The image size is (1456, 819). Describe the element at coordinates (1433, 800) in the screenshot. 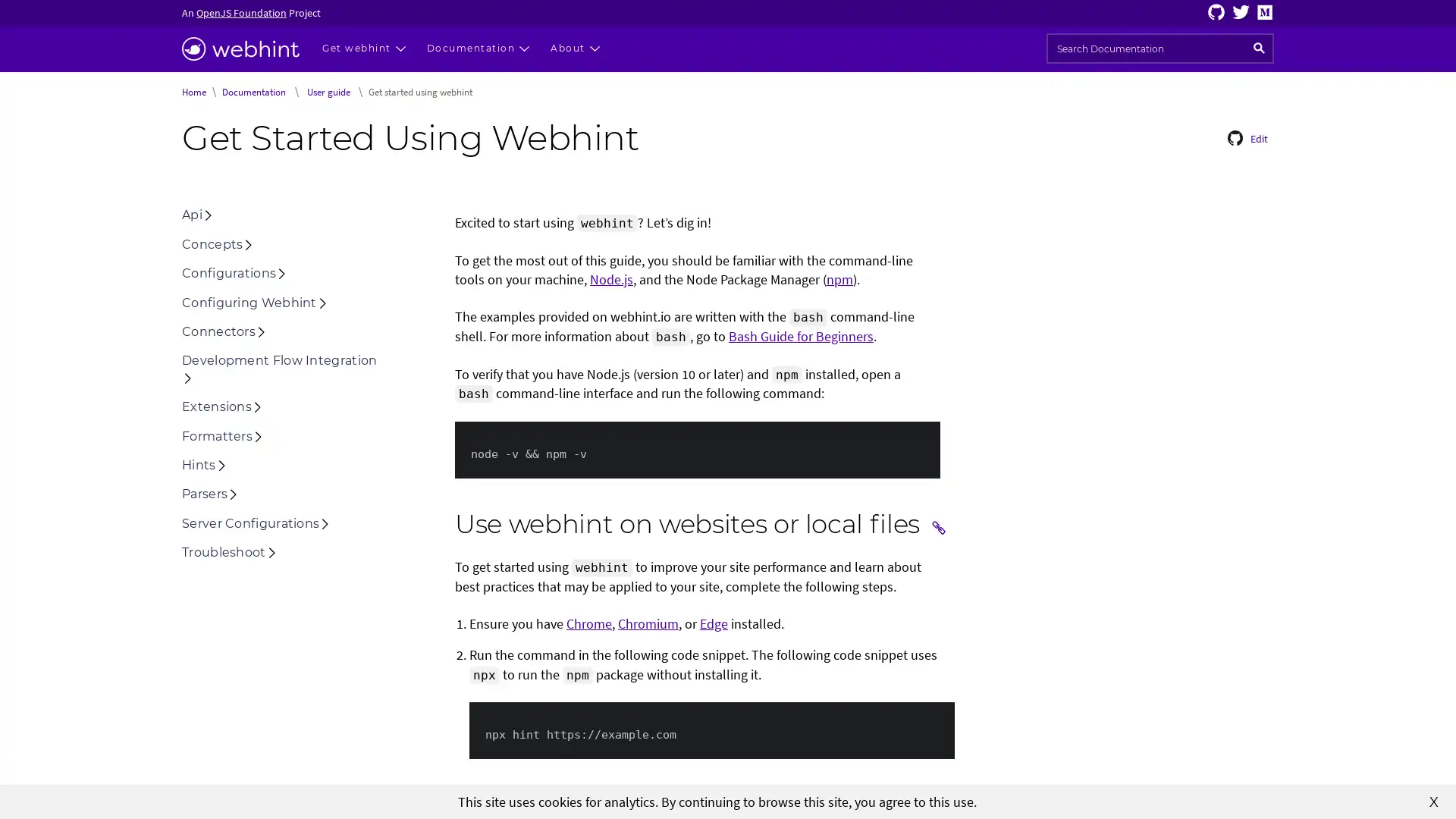

I see `close` at that location.